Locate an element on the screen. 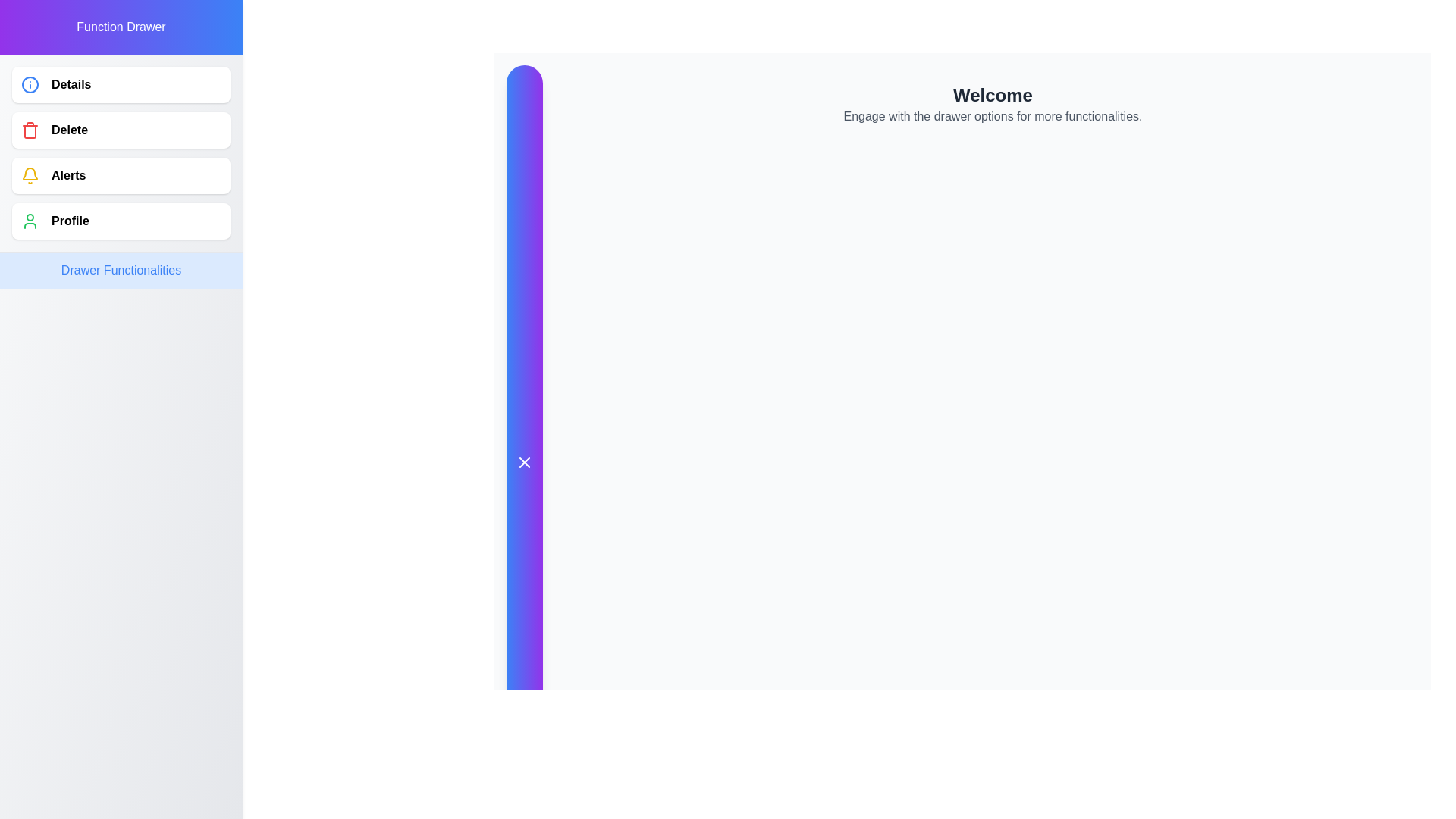  the text label displaying 'Engage with the drawer options for more functionalities.' positioned just below the 'Welcome' header is located at coordinates (993, 116).